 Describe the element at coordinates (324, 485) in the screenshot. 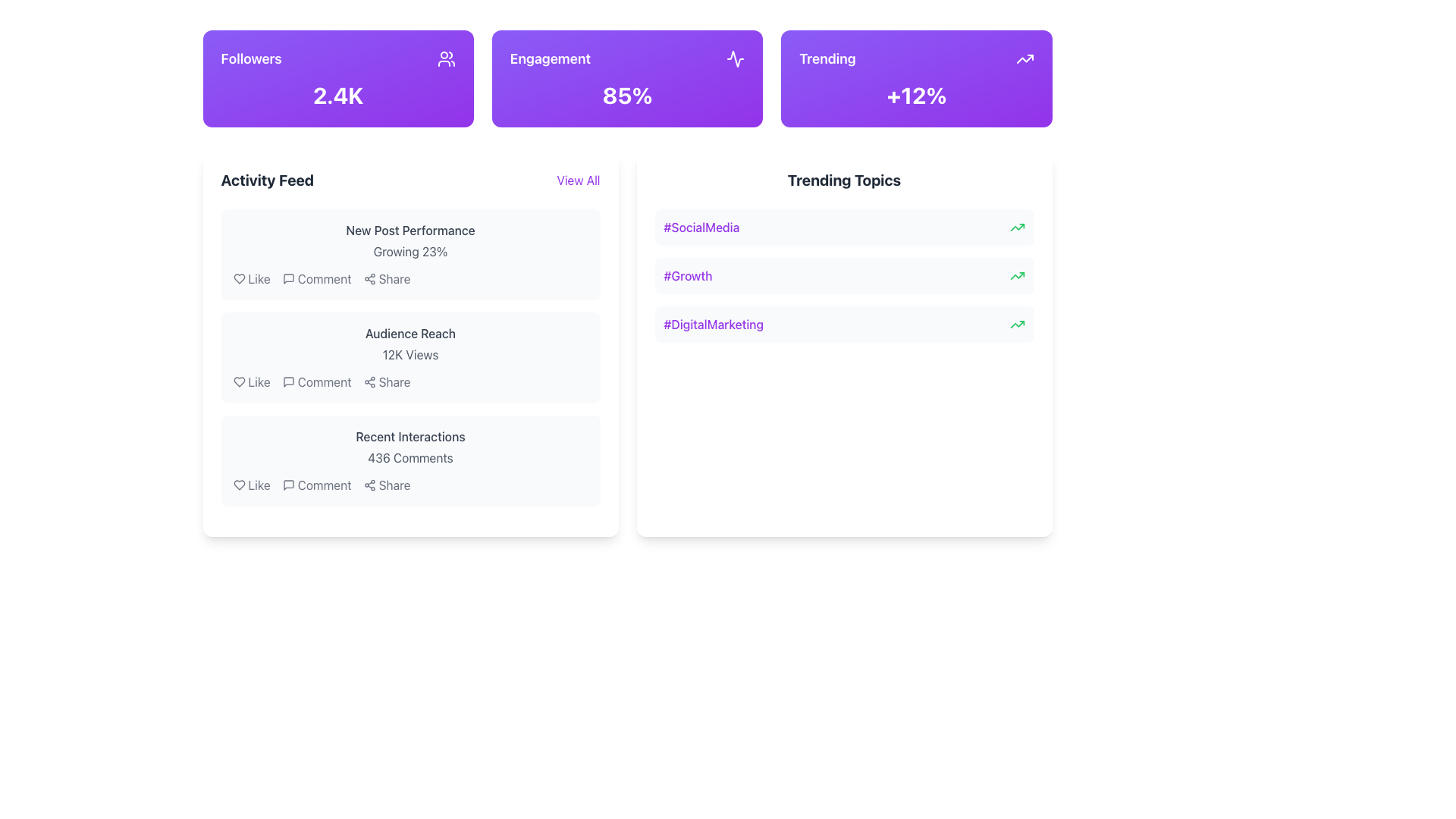

I see `the 'Comment' button in gray font located in the third card of the 'Activity Feed' section to initiate commenting` at that location.